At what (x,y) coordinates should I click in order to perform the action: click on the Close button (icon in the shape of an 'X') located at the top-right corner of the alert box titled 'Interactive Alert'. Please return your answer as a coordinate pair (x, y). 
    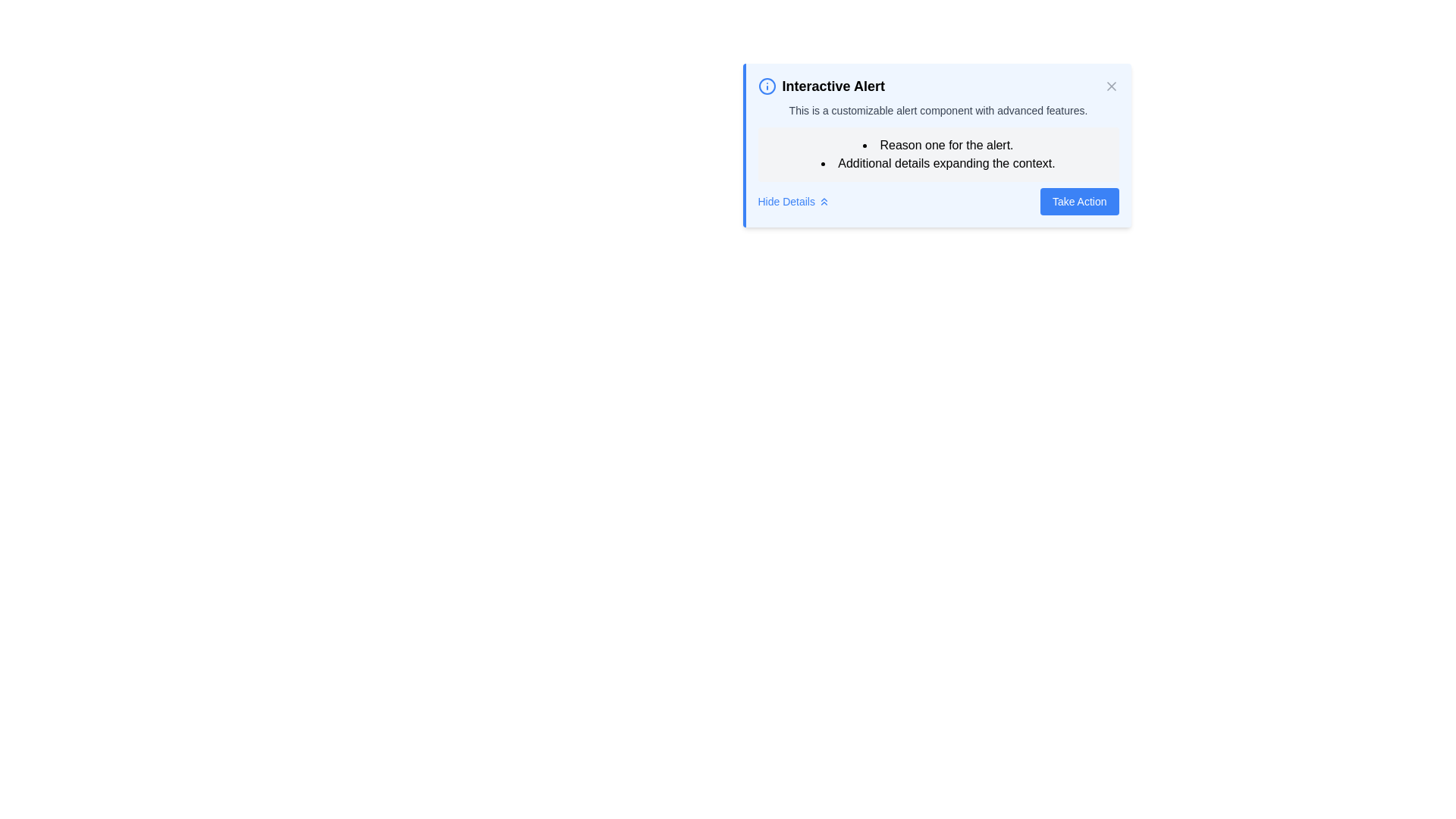
    Looking at the image, I should click on (1111, 86).